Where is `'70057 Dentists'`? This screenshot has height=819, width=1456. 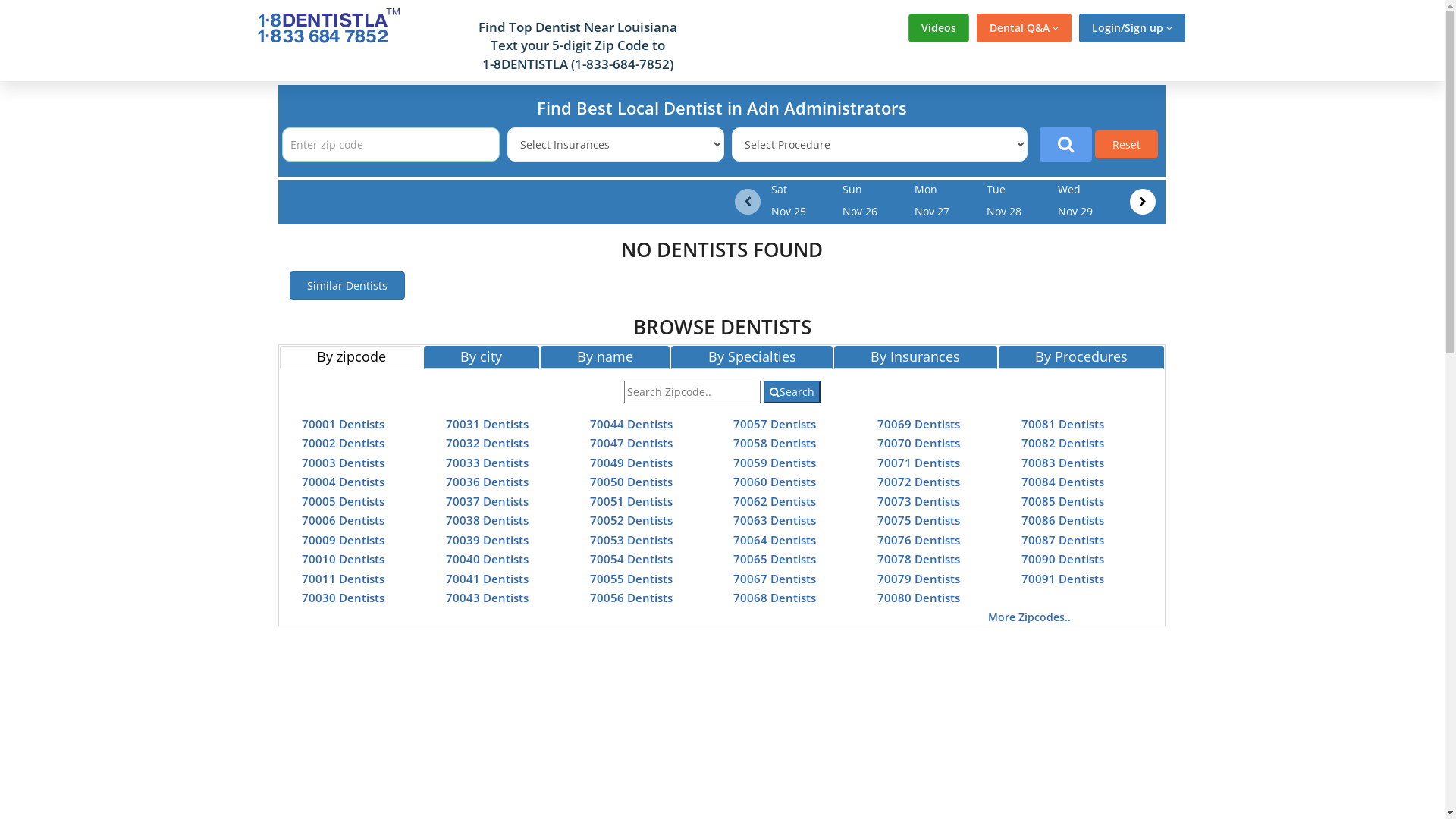
'70057 Dentists' is located at coordinates (774, 423).